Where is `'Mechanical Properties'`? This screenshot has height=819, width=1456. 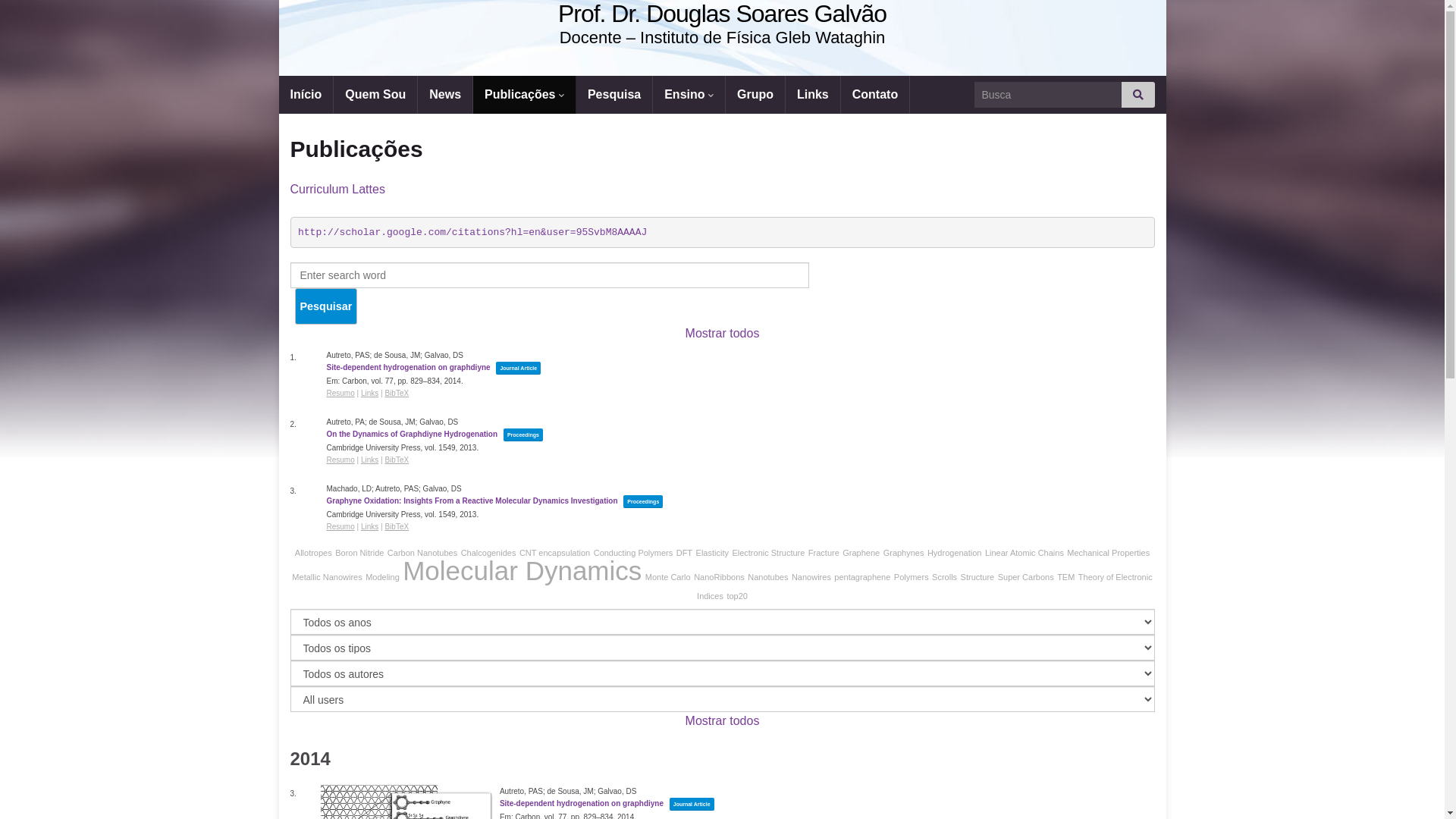 'Mechanical Properties' is located at coordinates (1108, 553).